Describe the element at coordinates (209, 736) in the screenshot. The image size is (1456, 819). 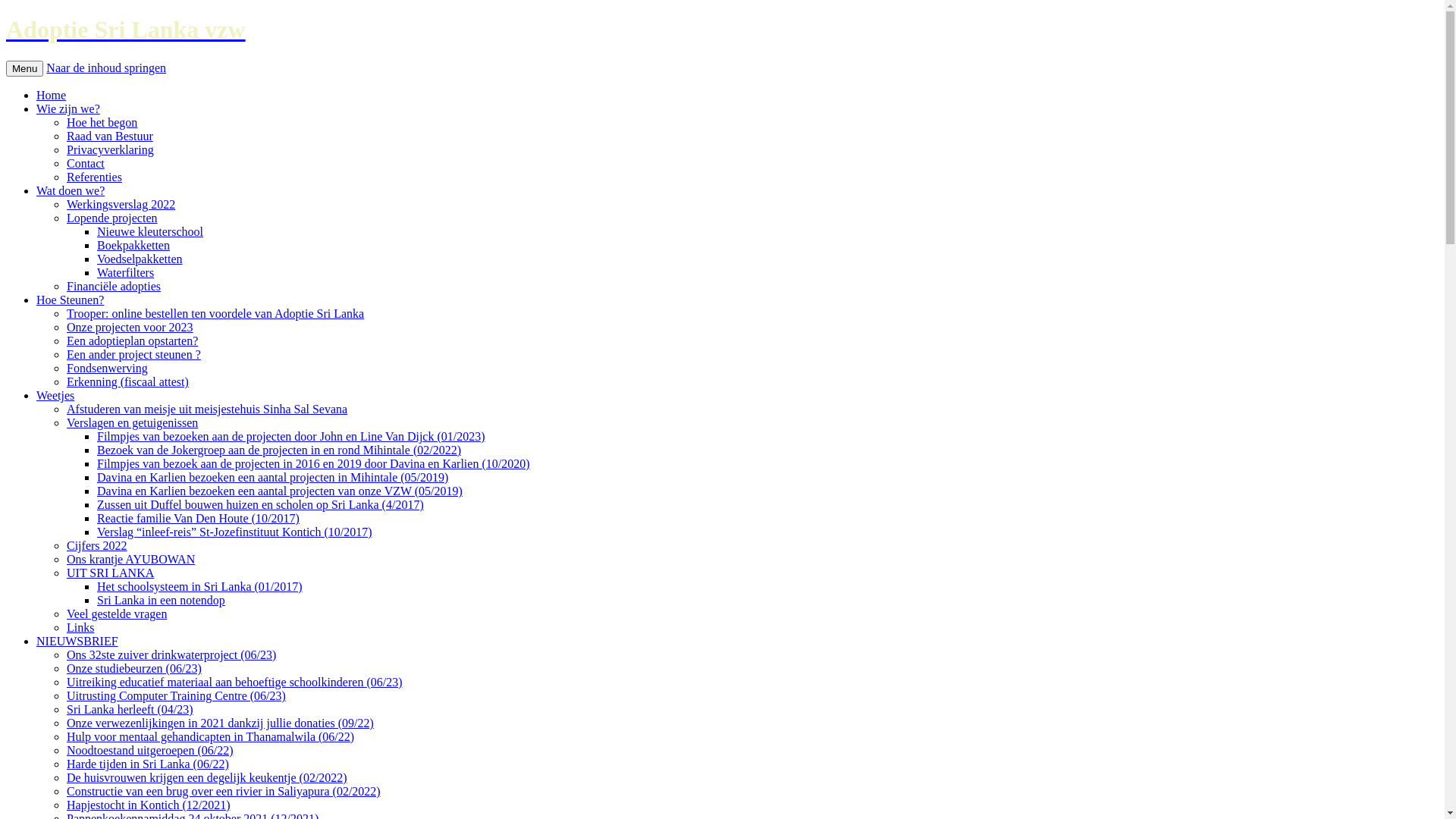
I see `'Hulp voor mentaal gehandicapten in Thanamalwila (06/22)'` at that location.